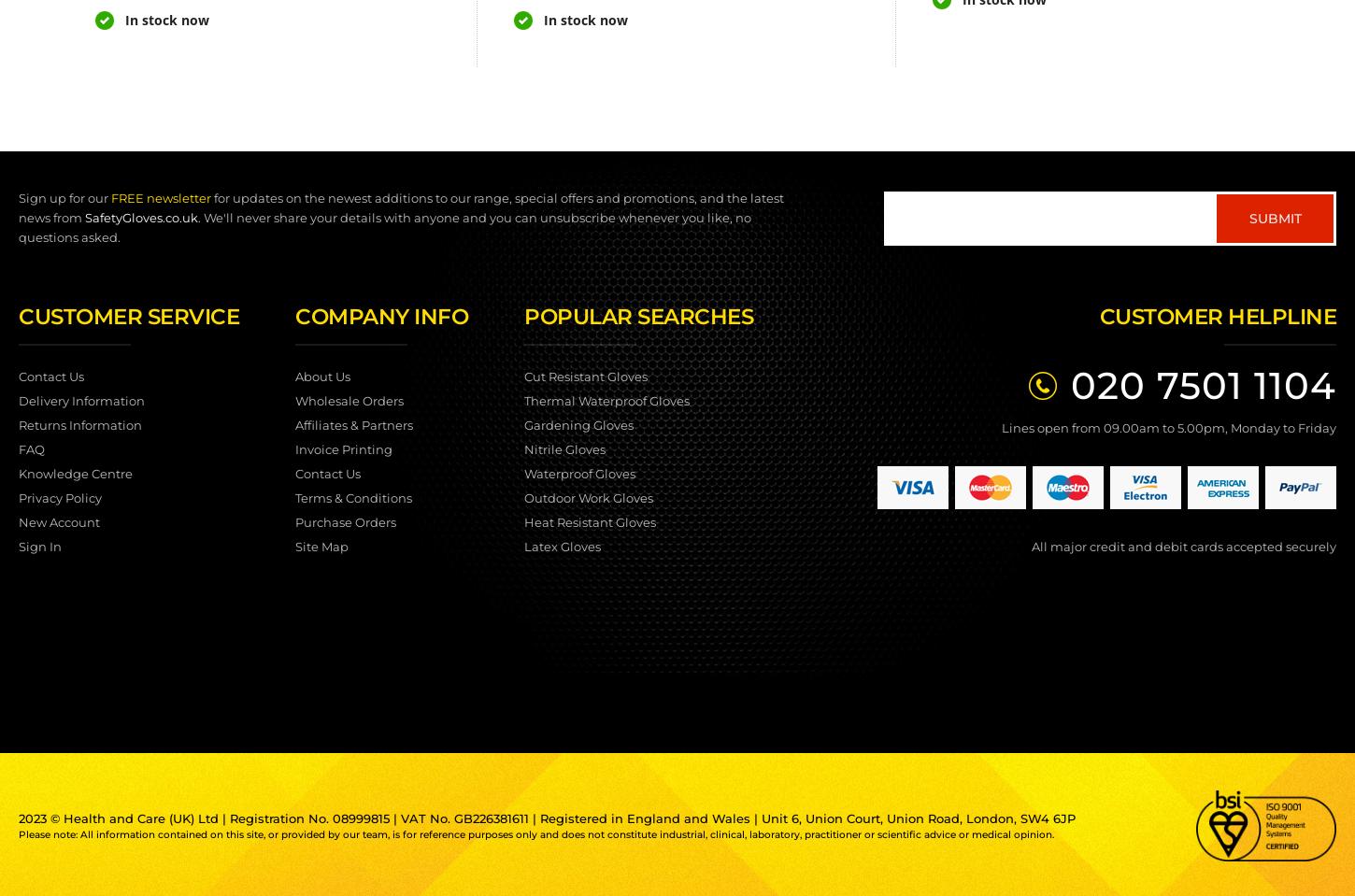 The width and height of the screenshot is (1355, 896). Describe the element at coordinates (578, 472) in the screenshot. I see `'Waterproof Gloves'` at that location.